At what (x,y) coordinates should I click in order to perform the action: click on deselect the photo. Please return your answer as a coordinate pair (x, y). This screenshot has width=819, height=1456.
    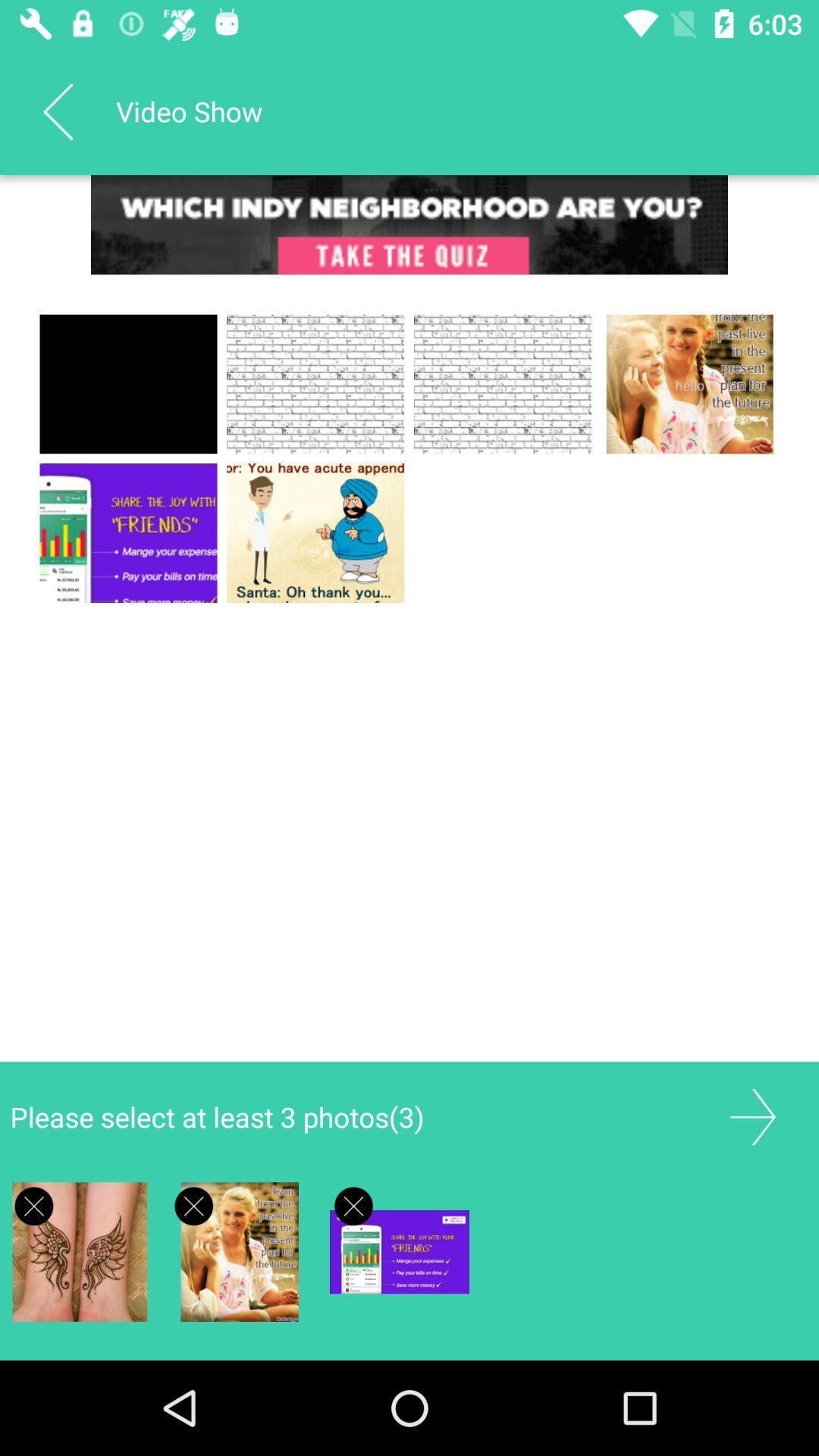
    Looking at the image, I should click on (193, 1205).